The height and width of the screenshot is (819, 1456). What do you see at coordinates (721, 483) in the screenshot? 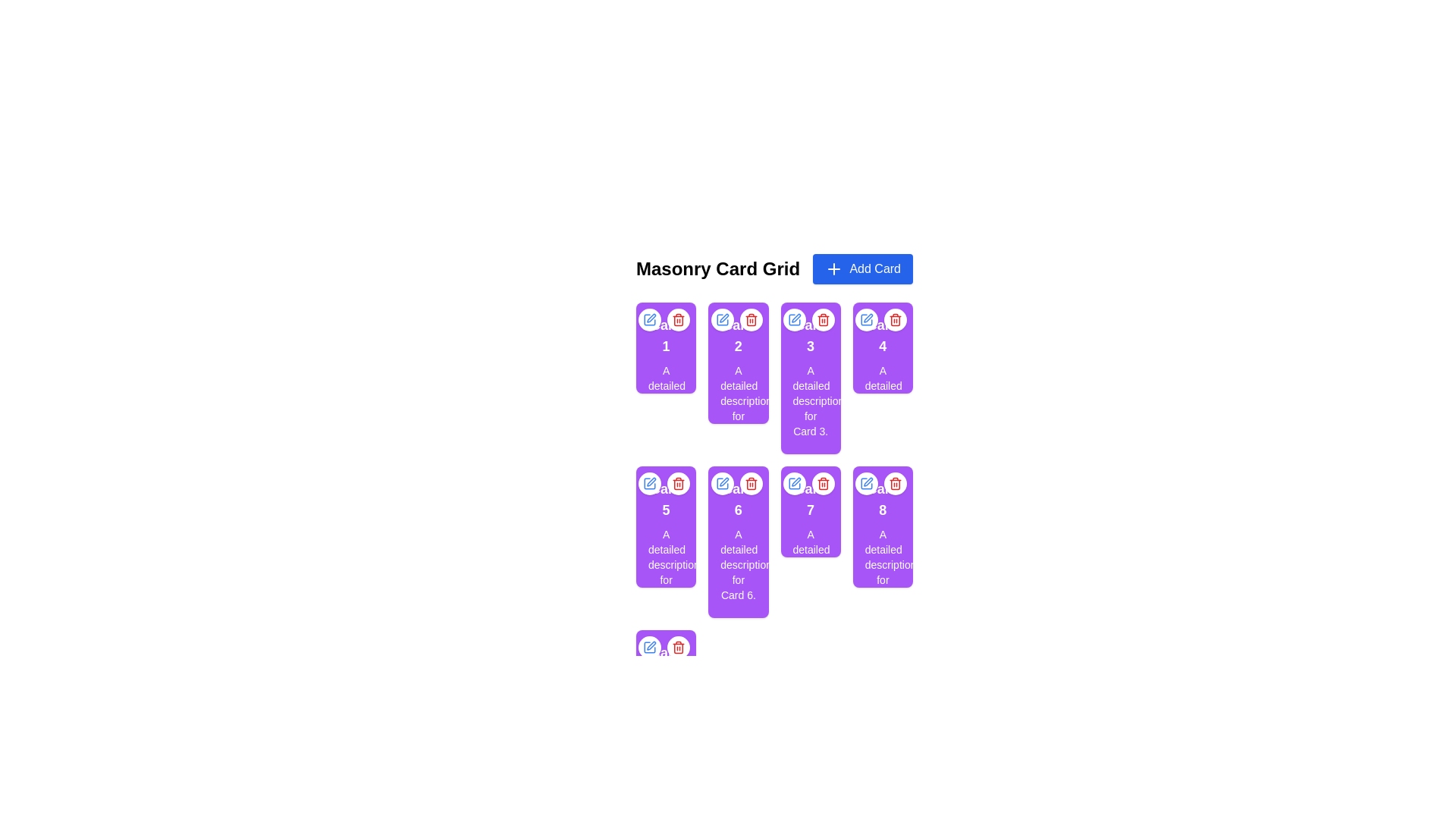
I see `the blue pen icon button located at the top-left corner of the card labeled '6'` at bounding box center [721, 483].